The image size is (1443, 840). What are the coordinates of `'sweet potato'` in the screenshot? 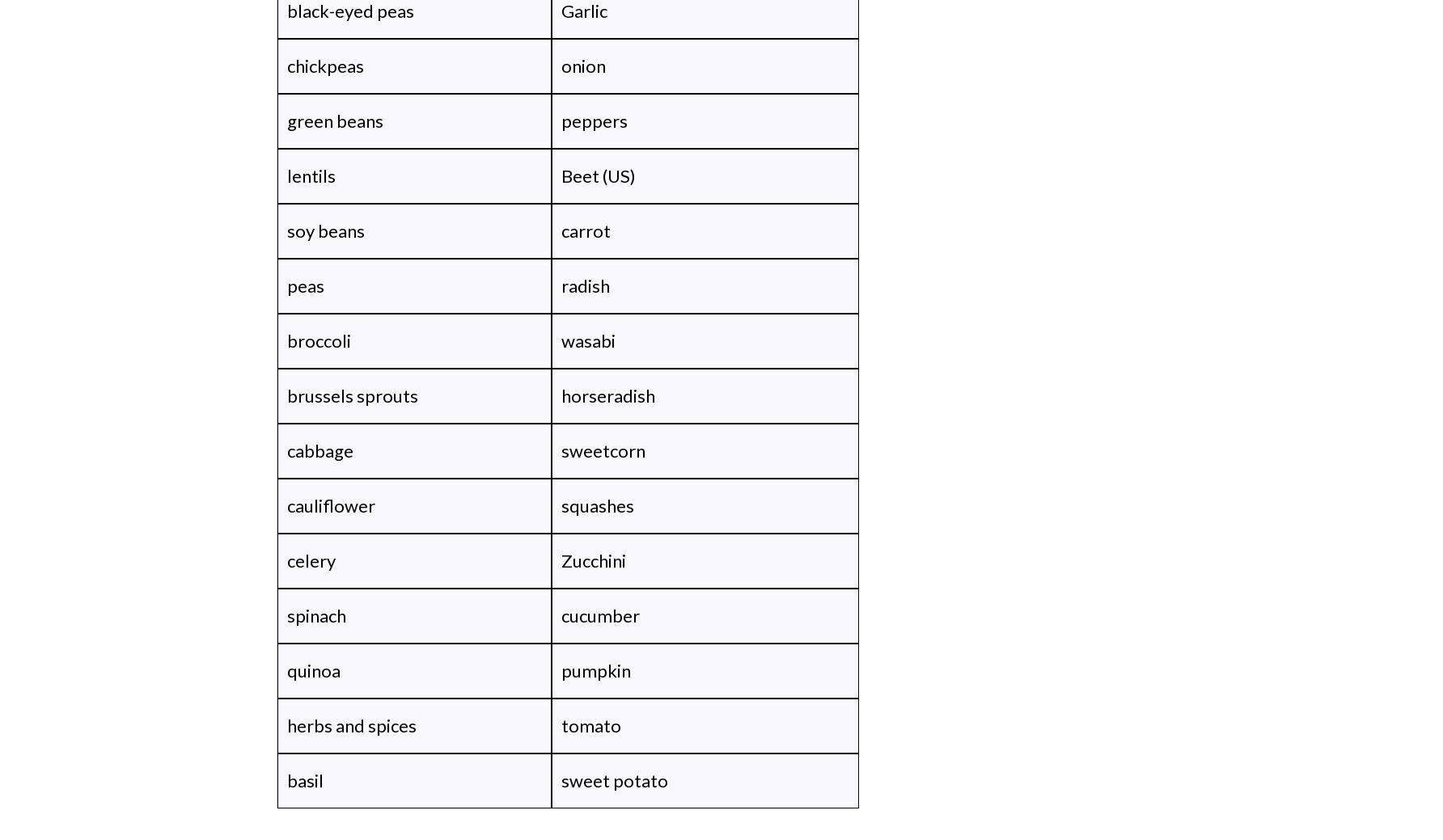 It's located at (561, 780).